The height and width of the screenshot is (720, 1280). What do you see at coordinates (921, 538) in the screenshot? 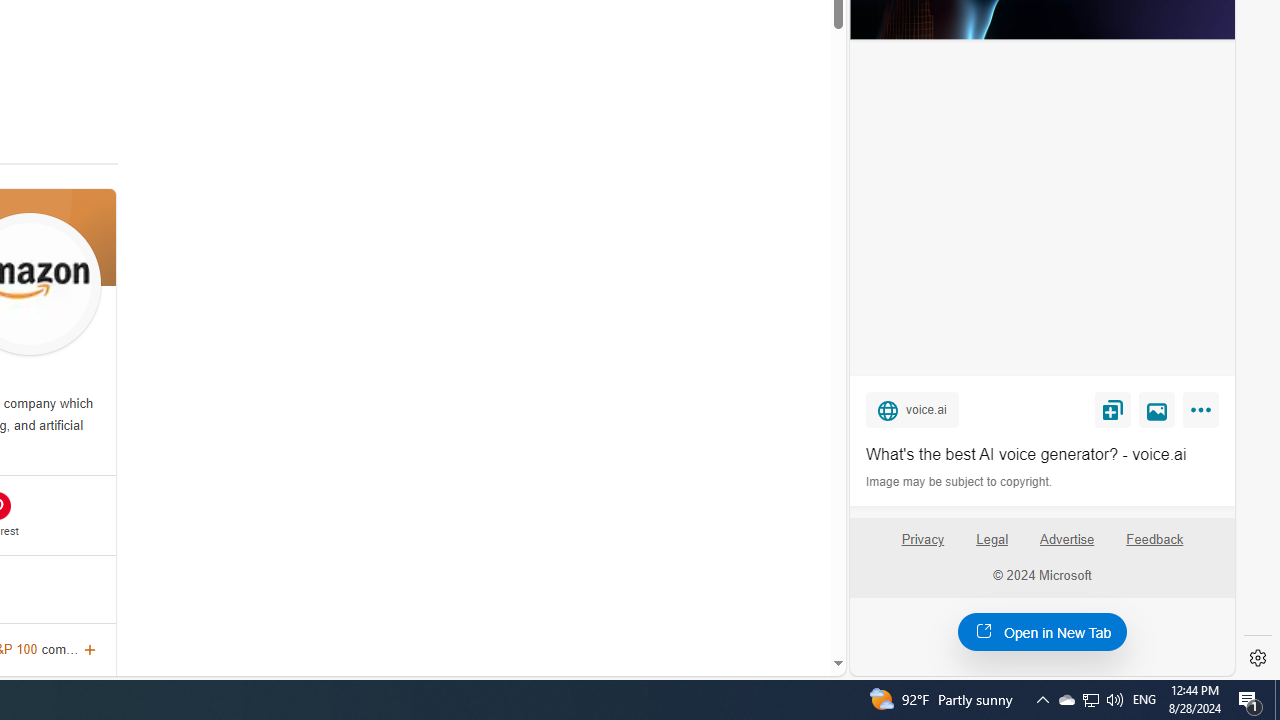
I see `'Privacy'` at bounding box center [921, 538].